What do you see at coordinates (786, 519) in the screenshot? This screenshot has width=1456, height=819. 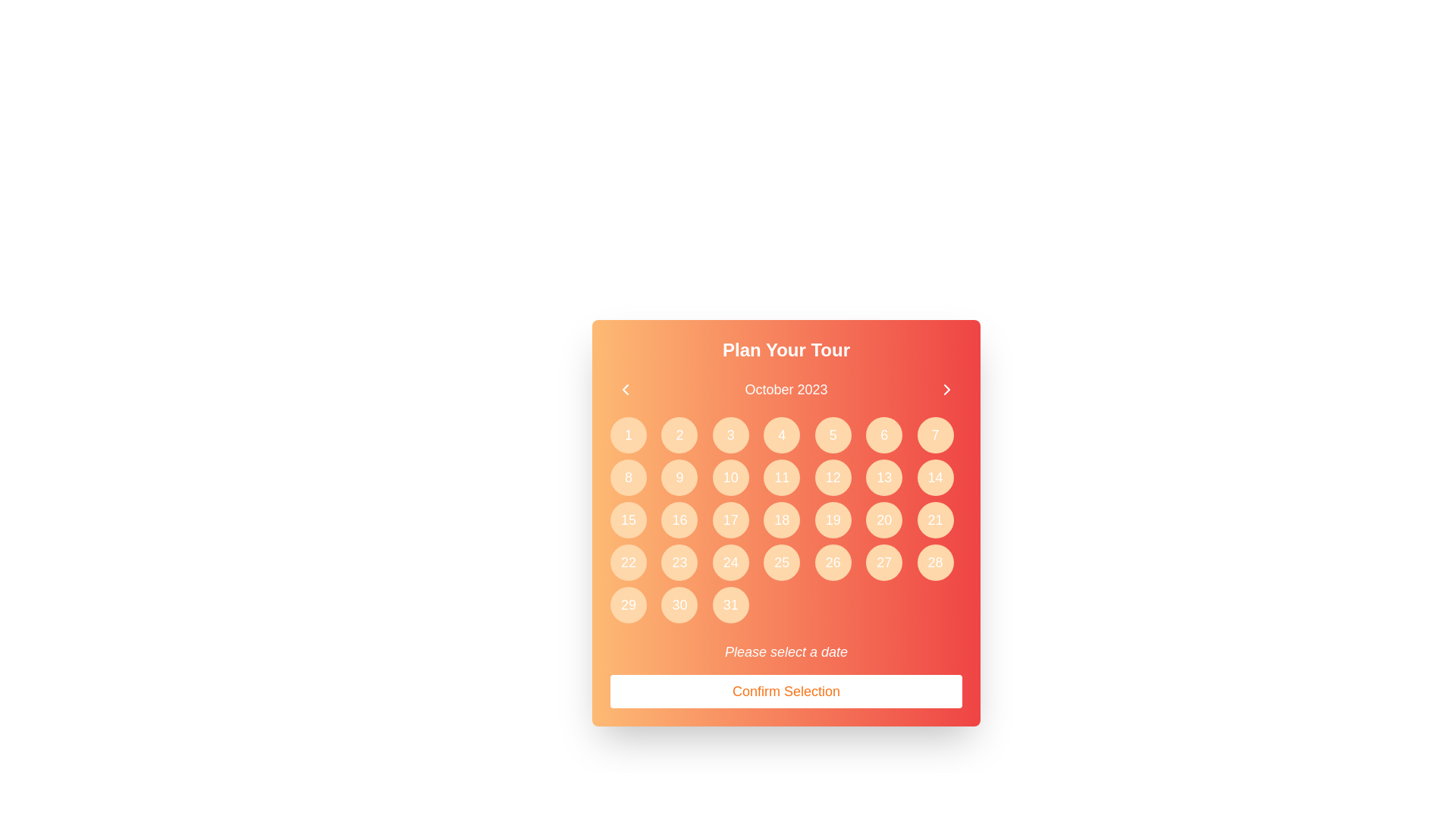 I see `the date selector grid located below the 'October 2023' month indicator` at bounding box center [786, 519].